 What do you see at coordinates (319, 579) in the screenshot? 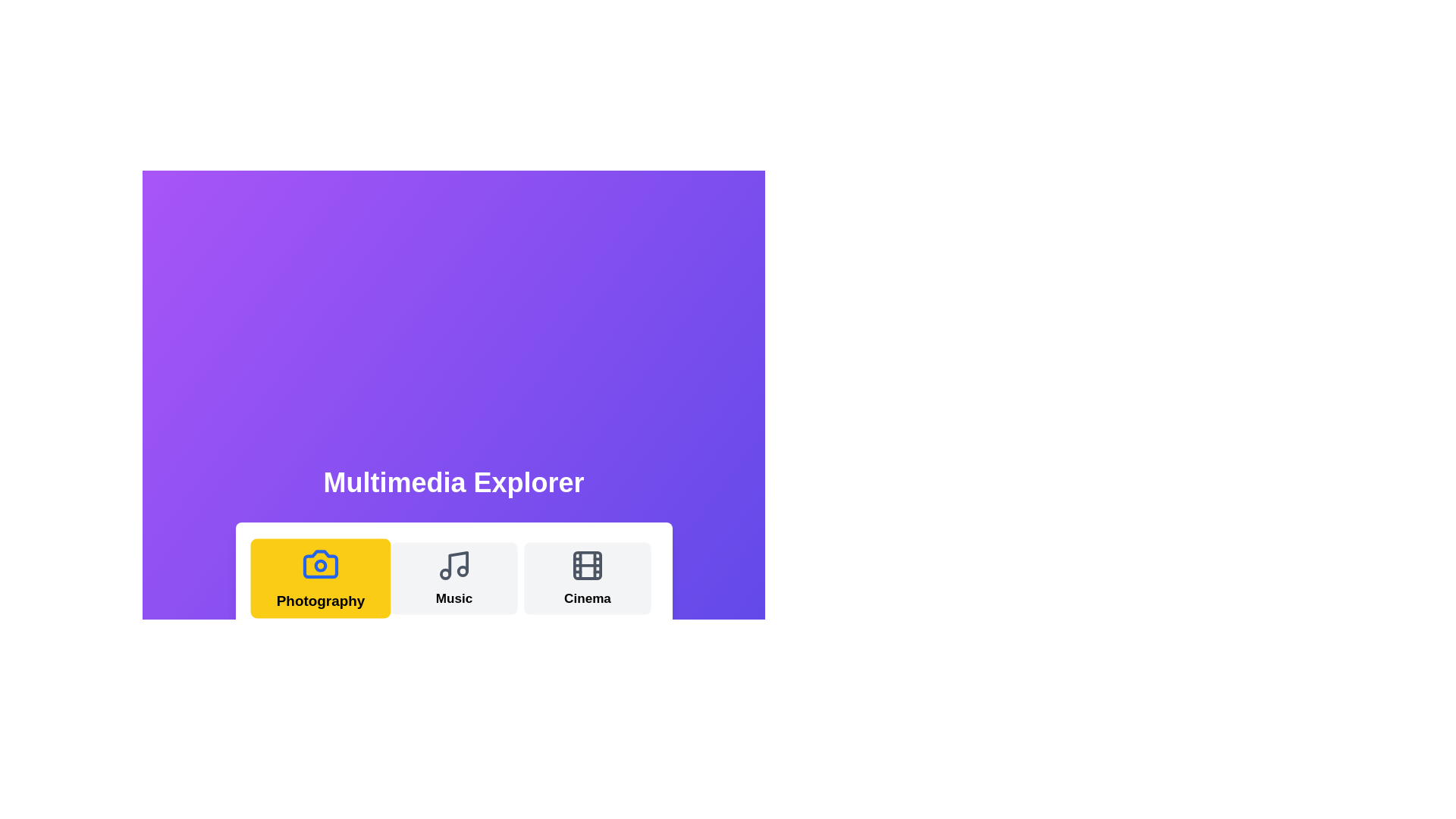
I see `the button corresponding to the category Photography` at bounding box center [319, 579].